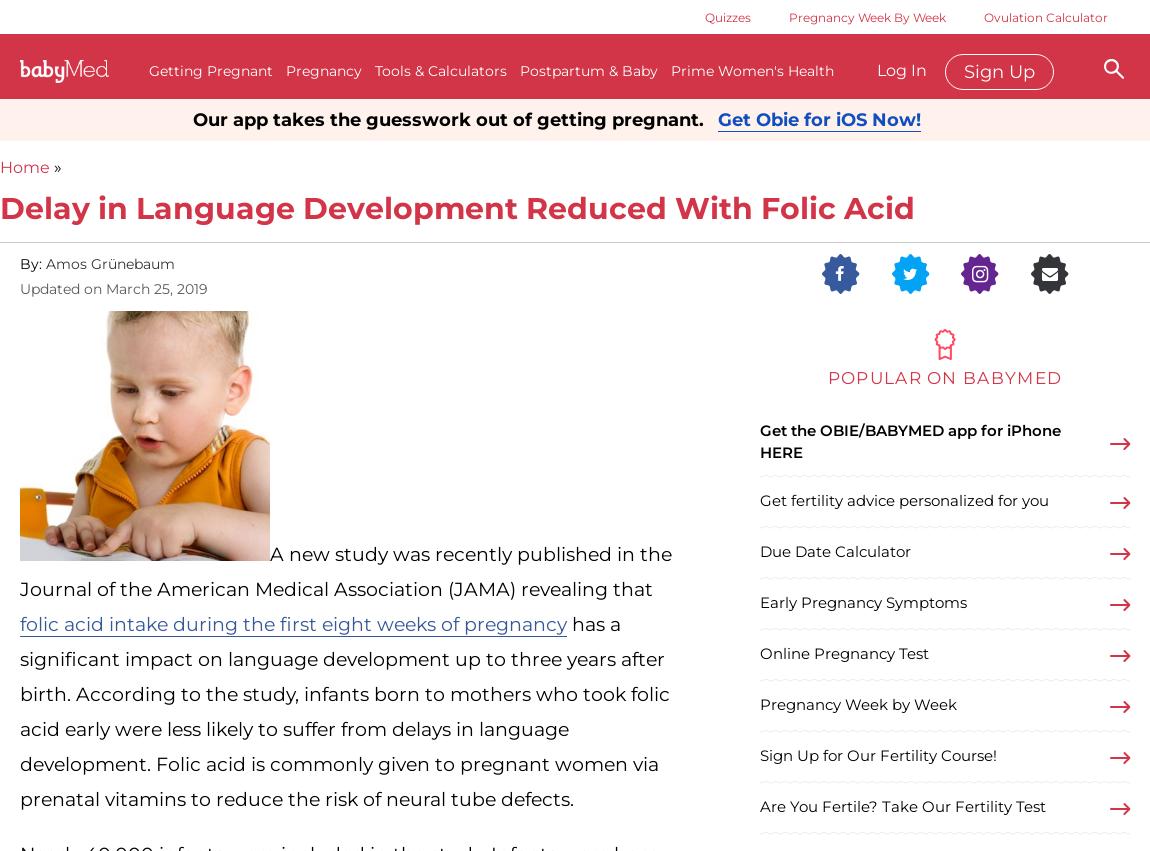 The height and width of the screenshot is (851, 1150). What do you see at coordinates (109, 261) in the screenshot?
I see `'Amos Grünebaum'` at bounding box center [109, 261].